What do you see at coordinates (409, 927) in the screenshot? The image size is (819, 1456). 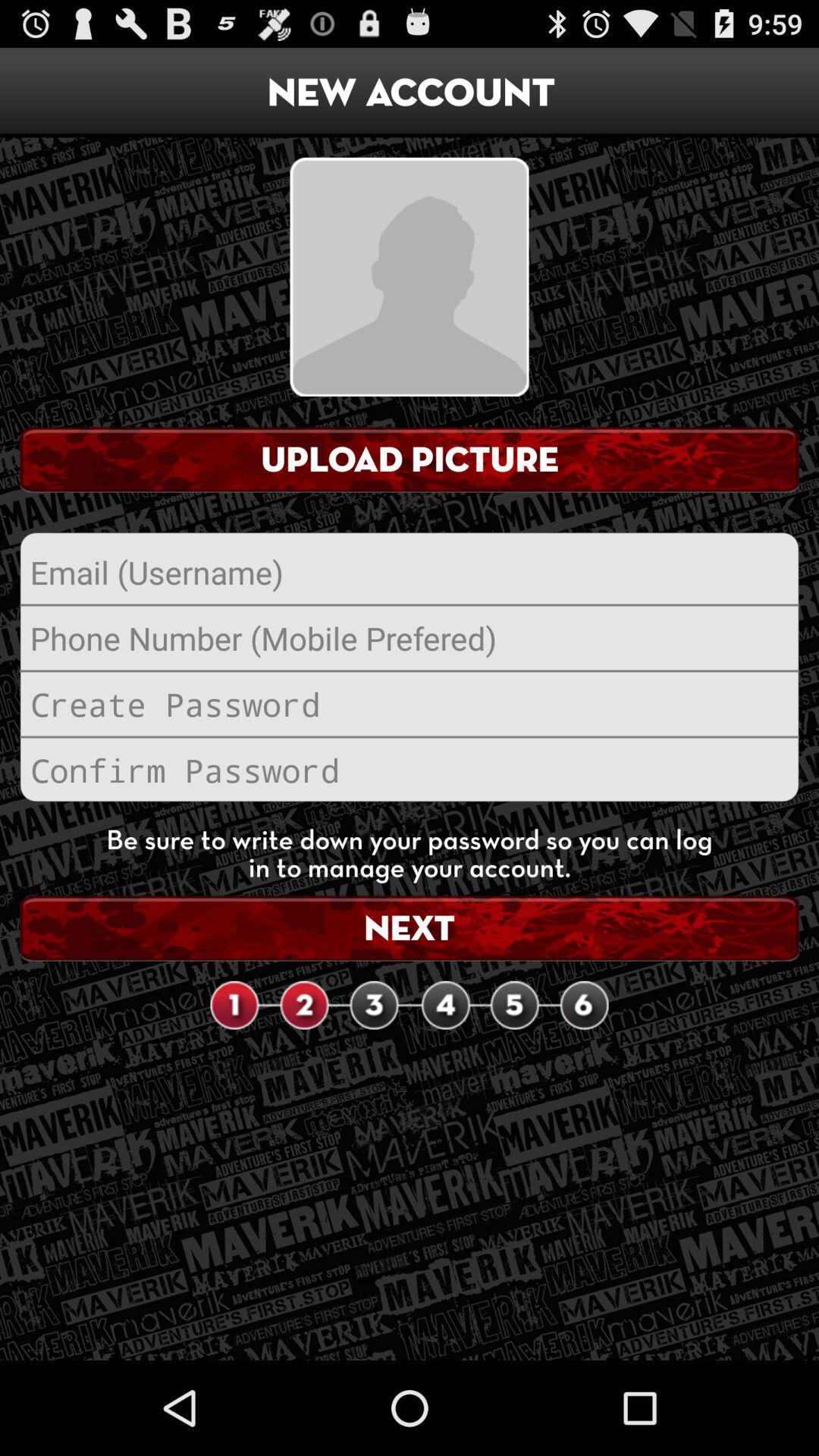 I see `item below the be sure to item` at bounding box center [409, 927].